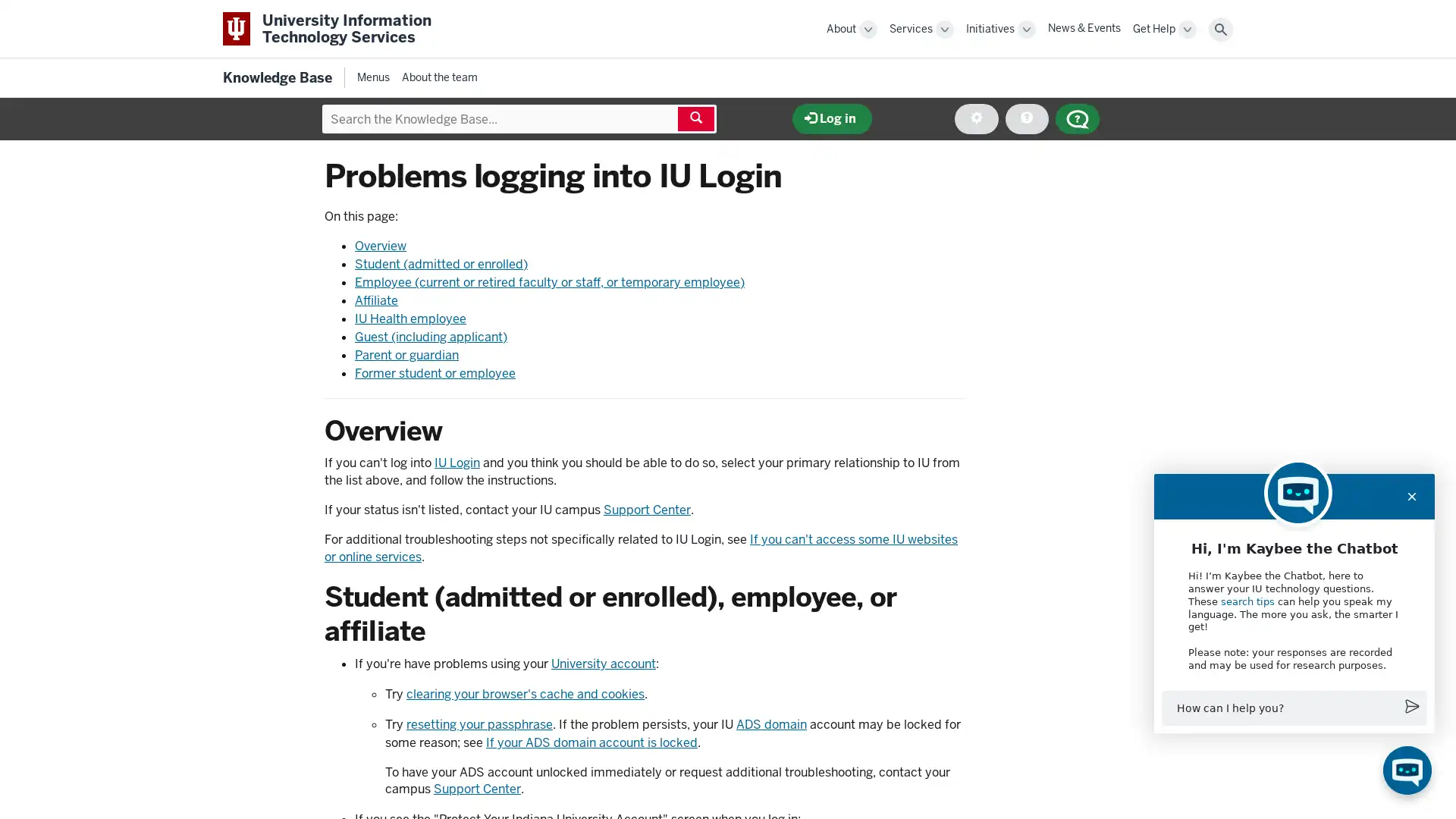 This screenshot has width=1456, height=819. I want to click on Toggle Services navigation, so click(944, 29).